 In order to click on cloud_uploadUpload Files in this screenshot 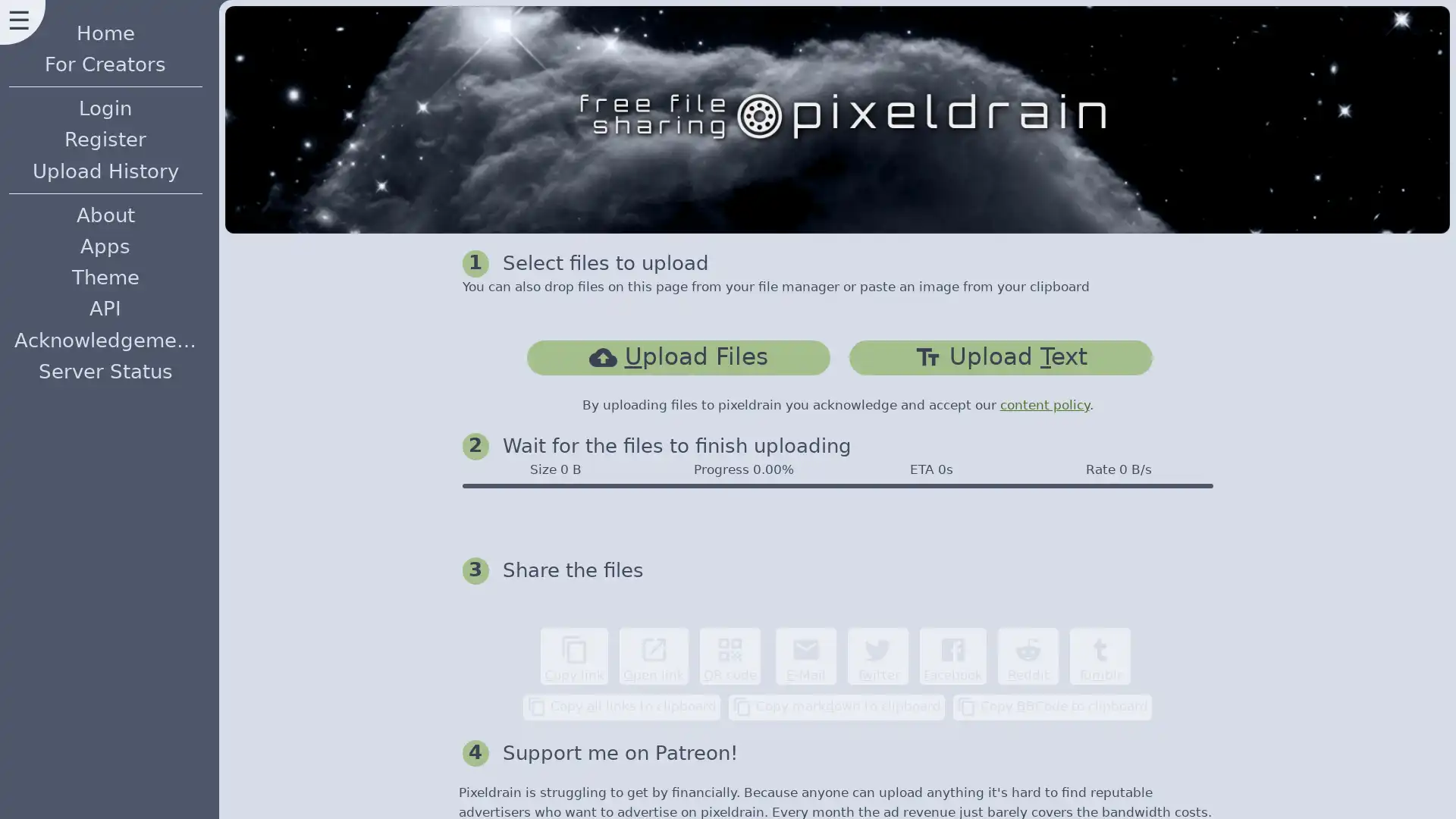, I will do `click(676, 357)`.